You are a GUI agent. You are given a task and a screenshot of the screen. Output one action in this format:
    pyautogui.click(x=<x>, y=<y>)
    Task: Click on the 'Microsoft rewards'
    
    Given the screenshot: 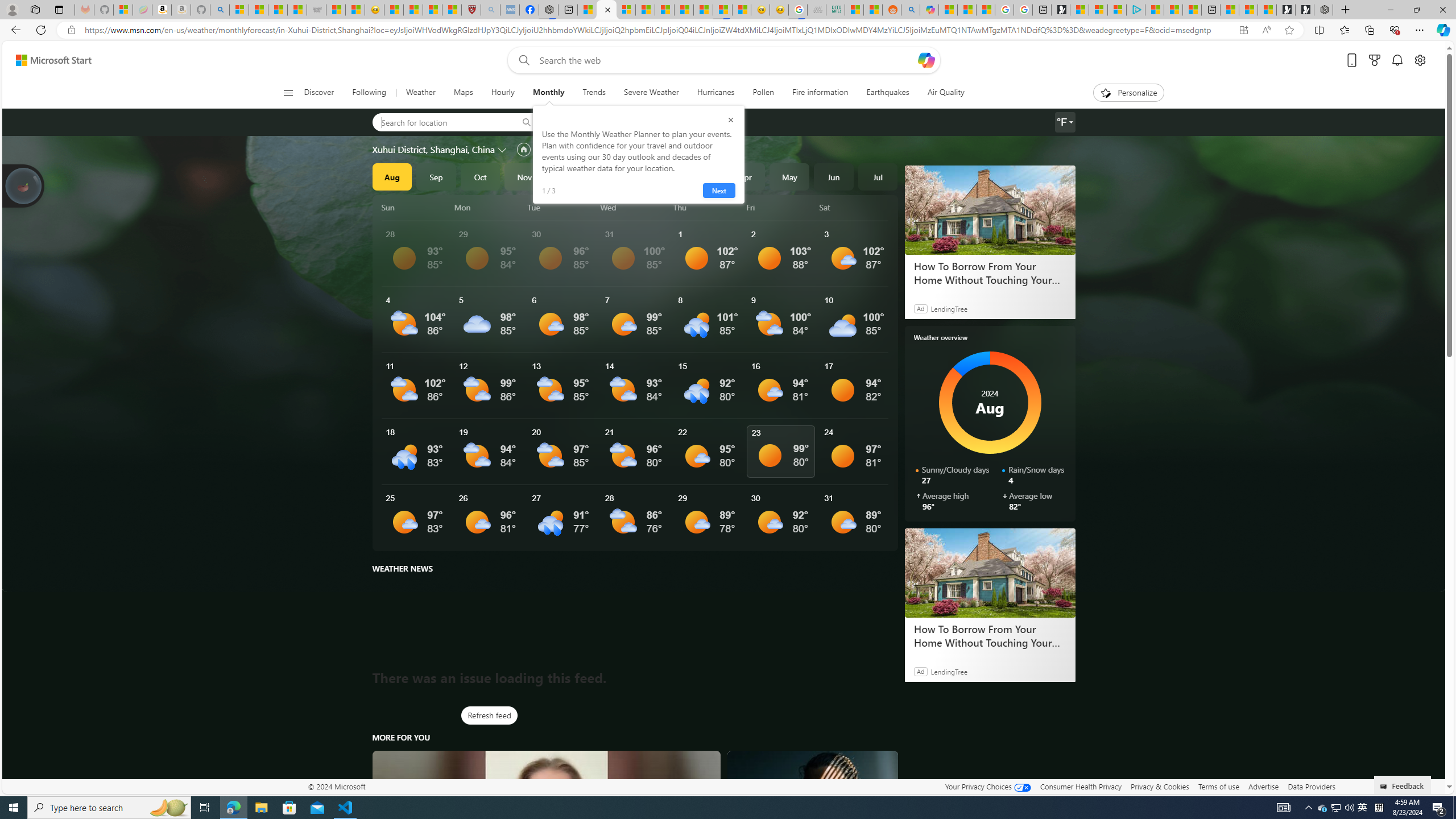 What is the action you would take?
    pyautogui.click(x=1374, y=60)
    